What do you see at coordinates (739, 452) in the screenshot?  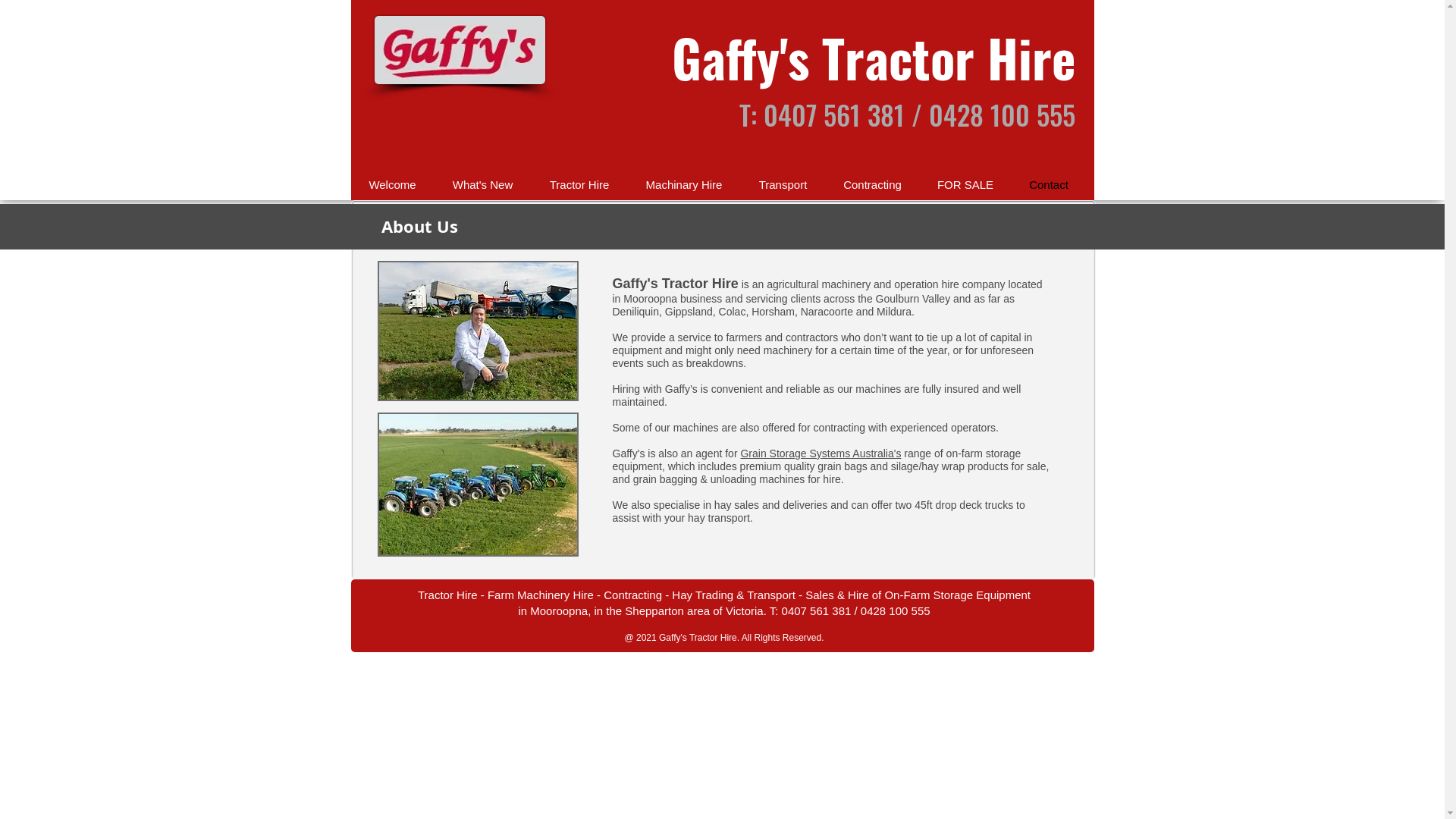 I see `'Grain Storage Systems Australia's'` at bounding box center [739, 452].